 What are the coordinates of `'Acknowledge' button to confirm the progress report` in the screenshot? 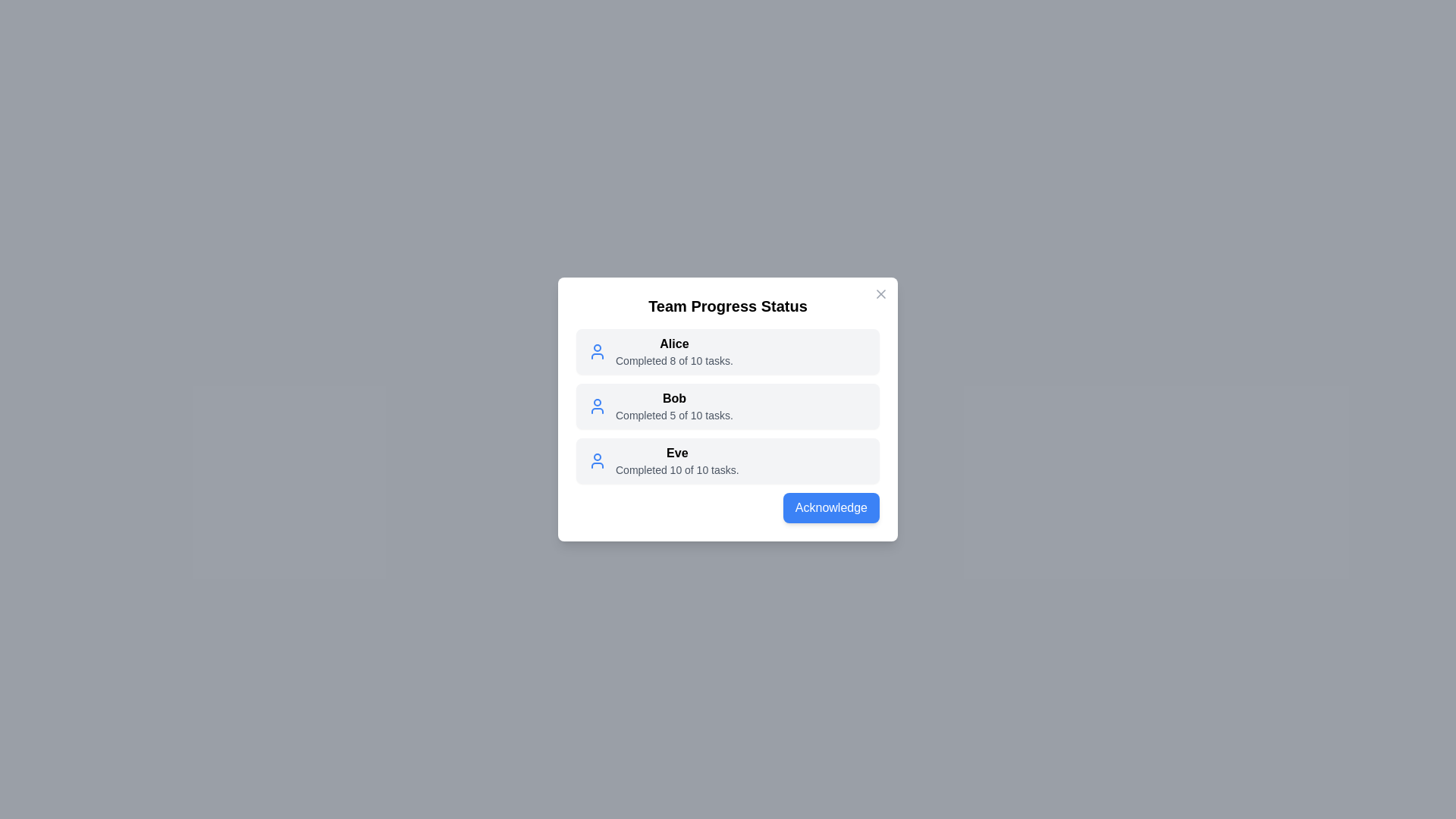 It's located at (830, 508).